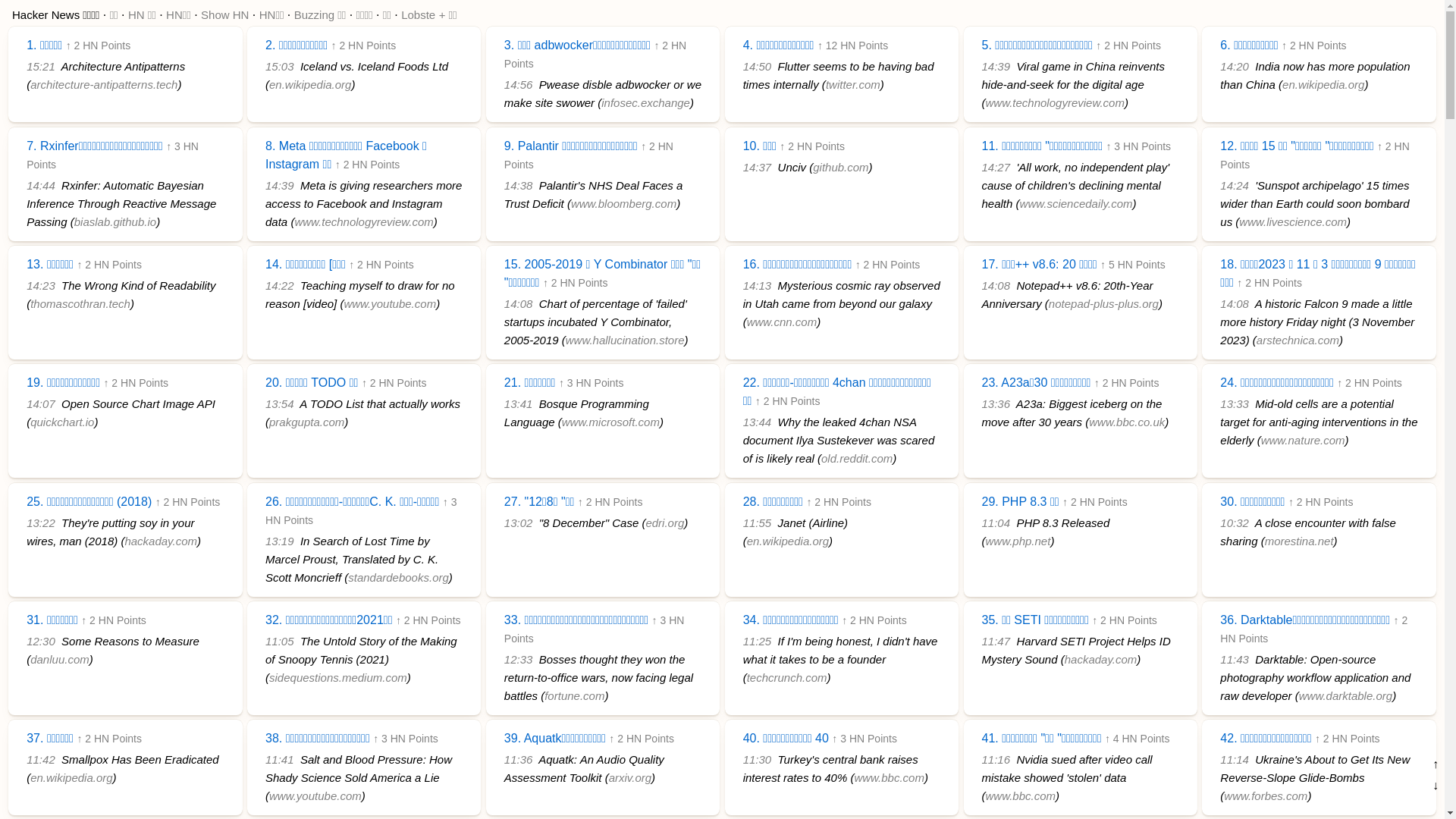 The width and height of the screenshot is (1456, 819). I want to click on 'github.com', so click(839, 167).